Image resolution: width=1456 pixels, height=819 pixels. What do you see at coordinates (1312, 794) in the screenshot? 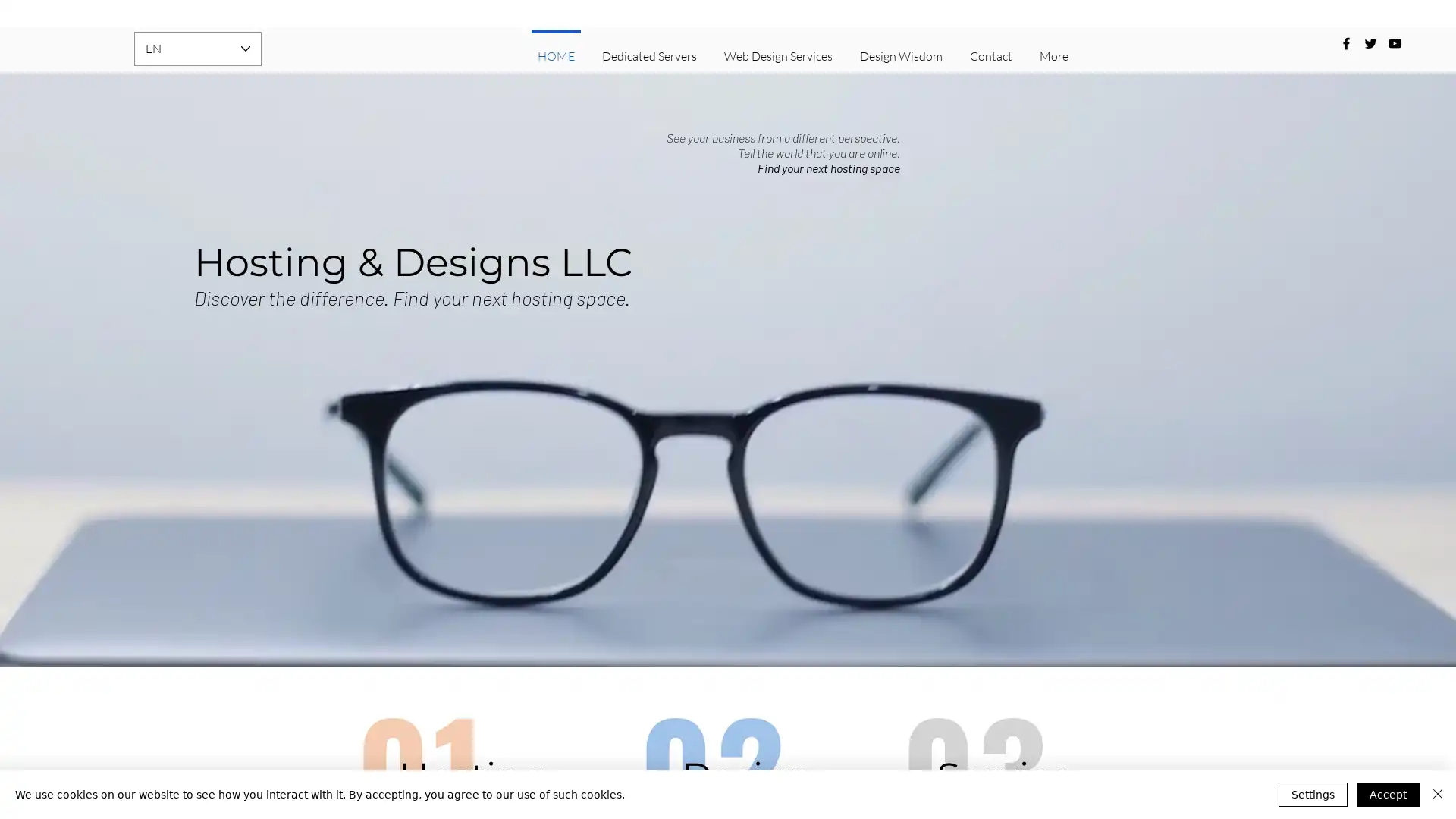
I see `Settings` at bounding box center [1312, 794].